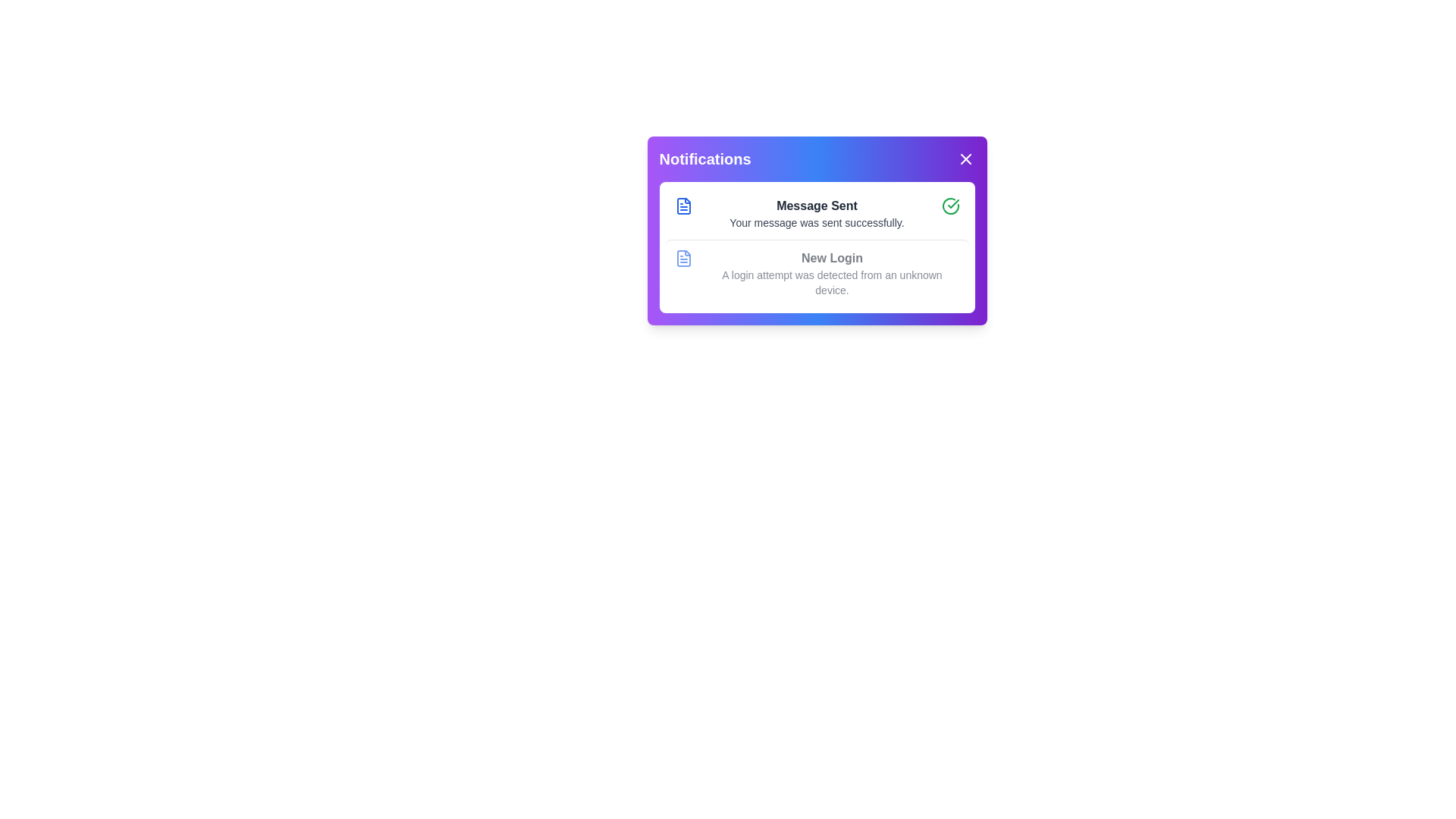 The height and width of the screenshot is (819, 1456). What do you see at coordinates (949, 206) in the screenshot?
I see `the status indicator icon located at the rightmost side of the 'Message Sent' notification to acknowledge or open details` at bounding box center [949, 206].